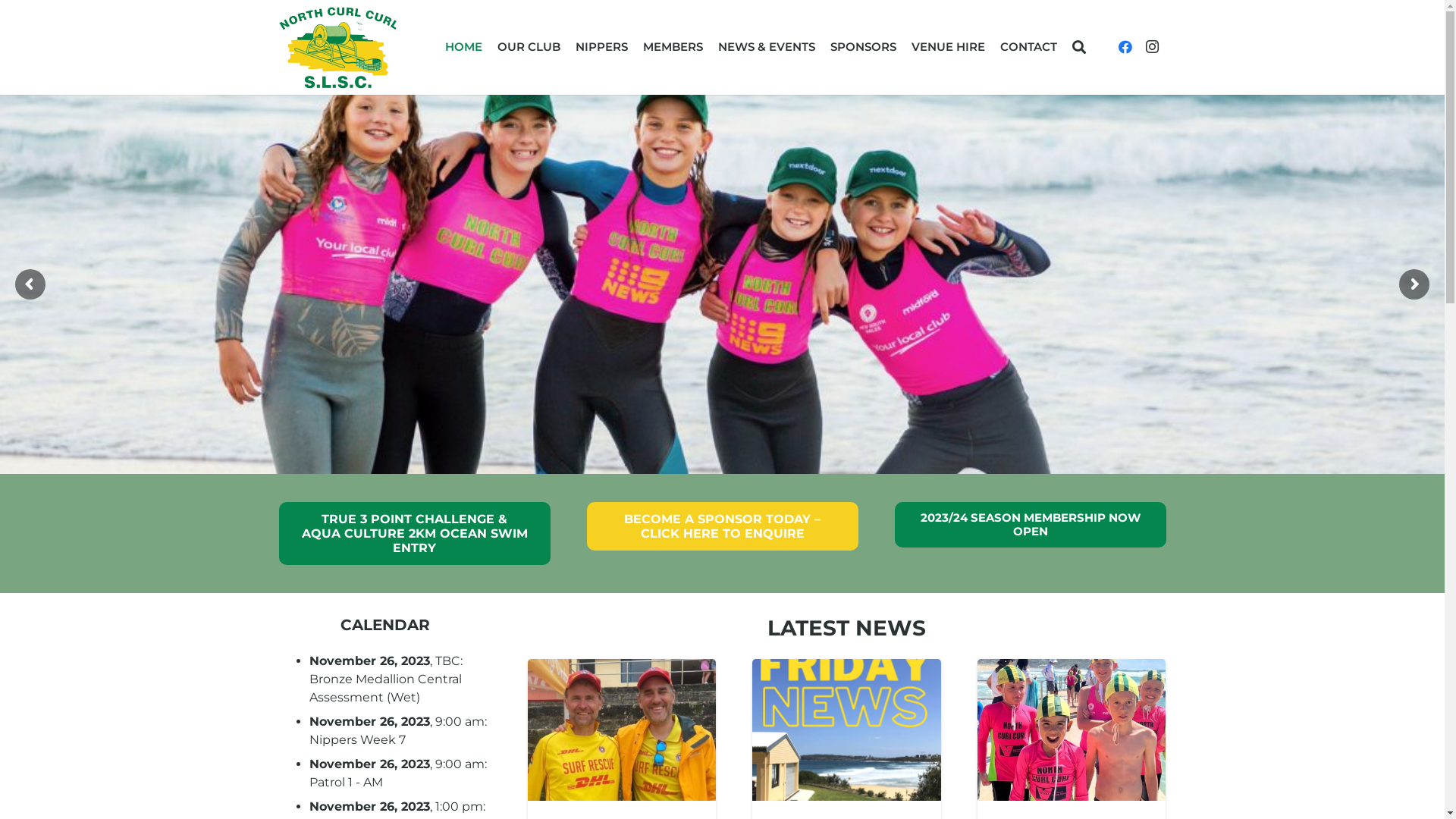  Describe the element at coordinates (1028, 45) in the screenshot. I see `'CONTACT'` at that location.